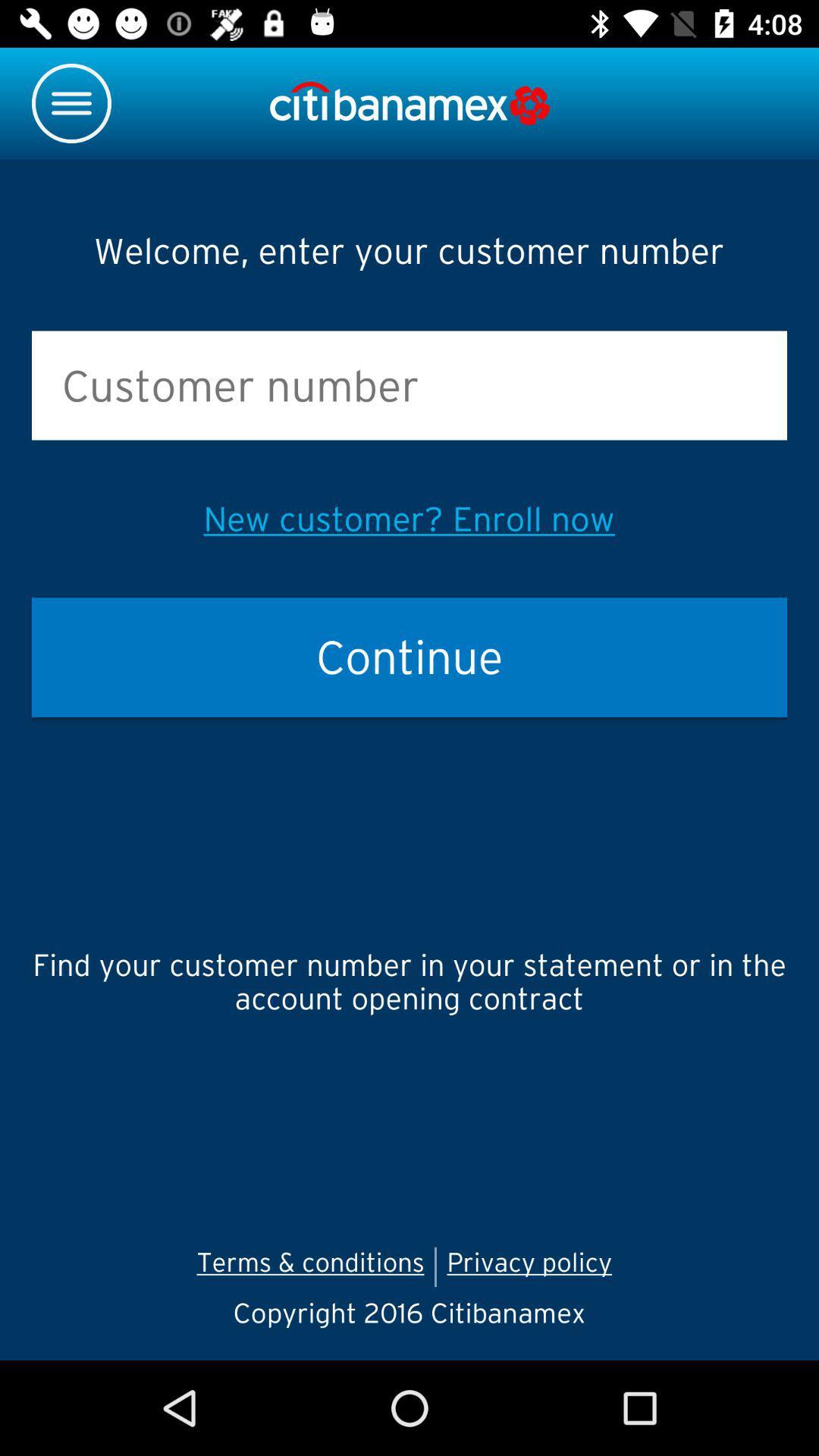 The image size is (819, 1456). Describe the element at coordinates (534, 1266) in the screenshot. I see `the item above copyright 2016 citibanamex icon` at that location.